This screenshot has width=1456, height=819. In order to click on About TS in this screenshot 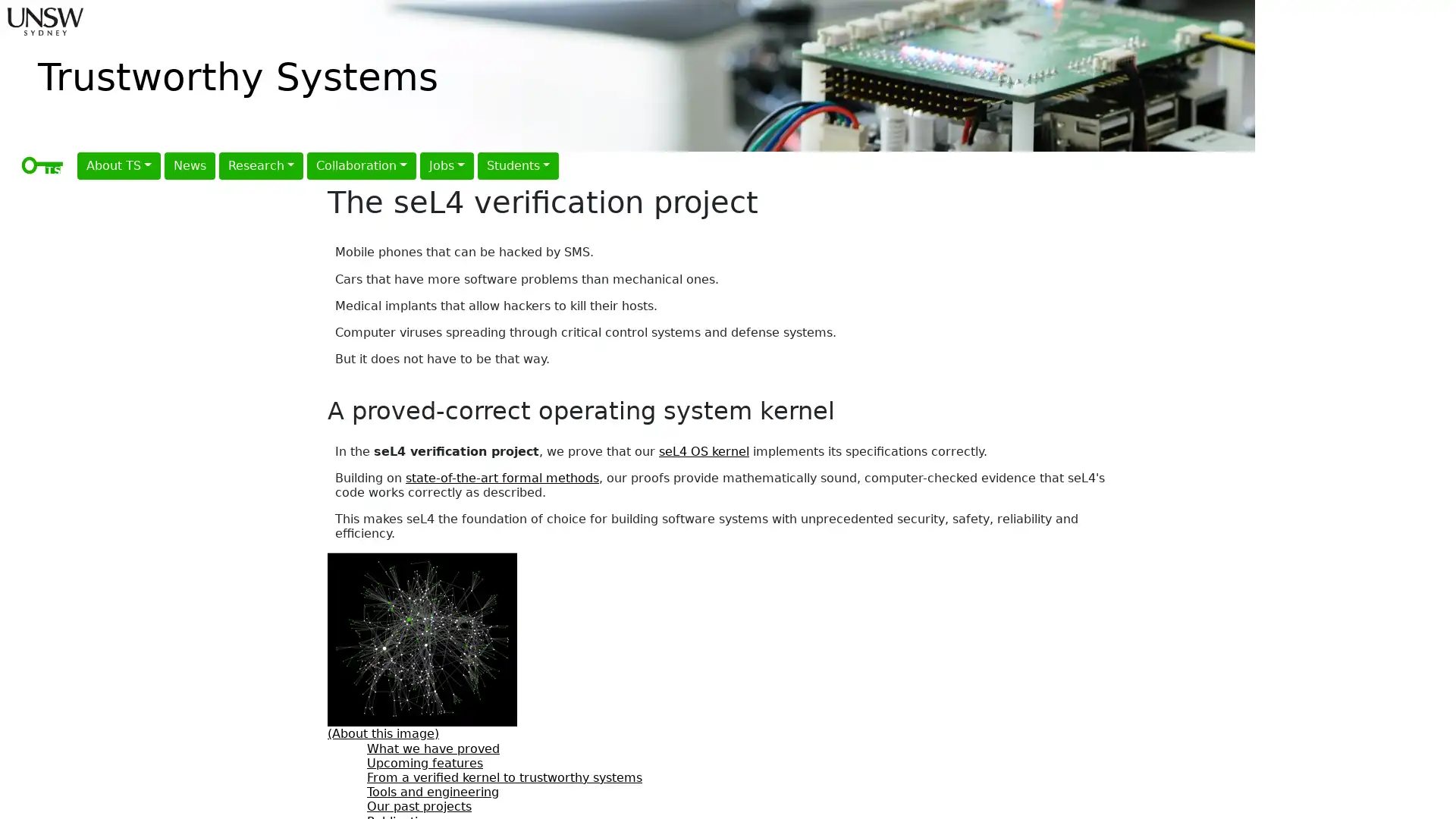, I will do `click(118, 165)`.